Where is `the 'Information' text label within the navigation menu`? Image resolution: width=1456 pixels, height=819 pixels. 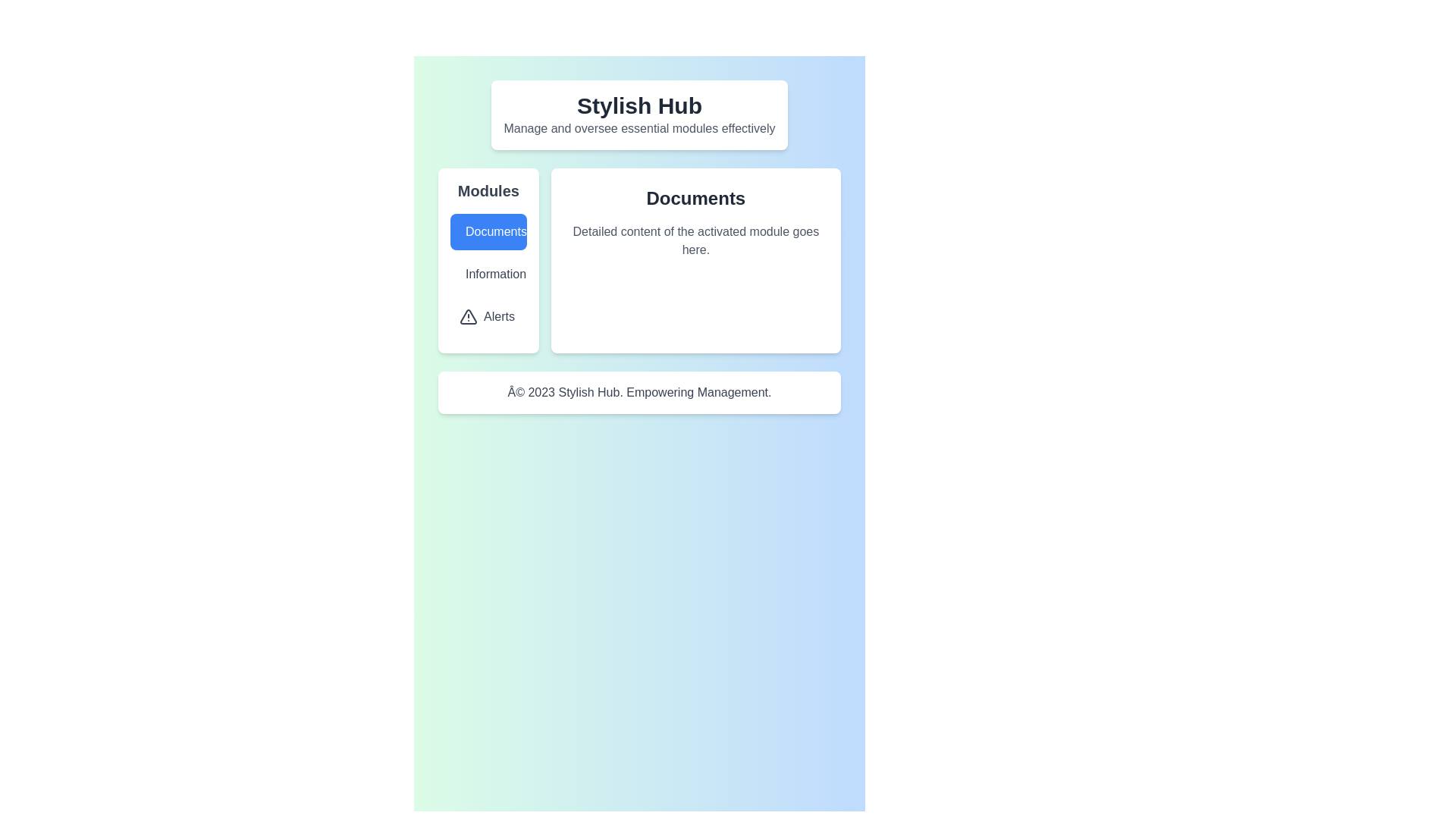 the 'Information' text label within the navigation menu is located at coordinates (488, 275).